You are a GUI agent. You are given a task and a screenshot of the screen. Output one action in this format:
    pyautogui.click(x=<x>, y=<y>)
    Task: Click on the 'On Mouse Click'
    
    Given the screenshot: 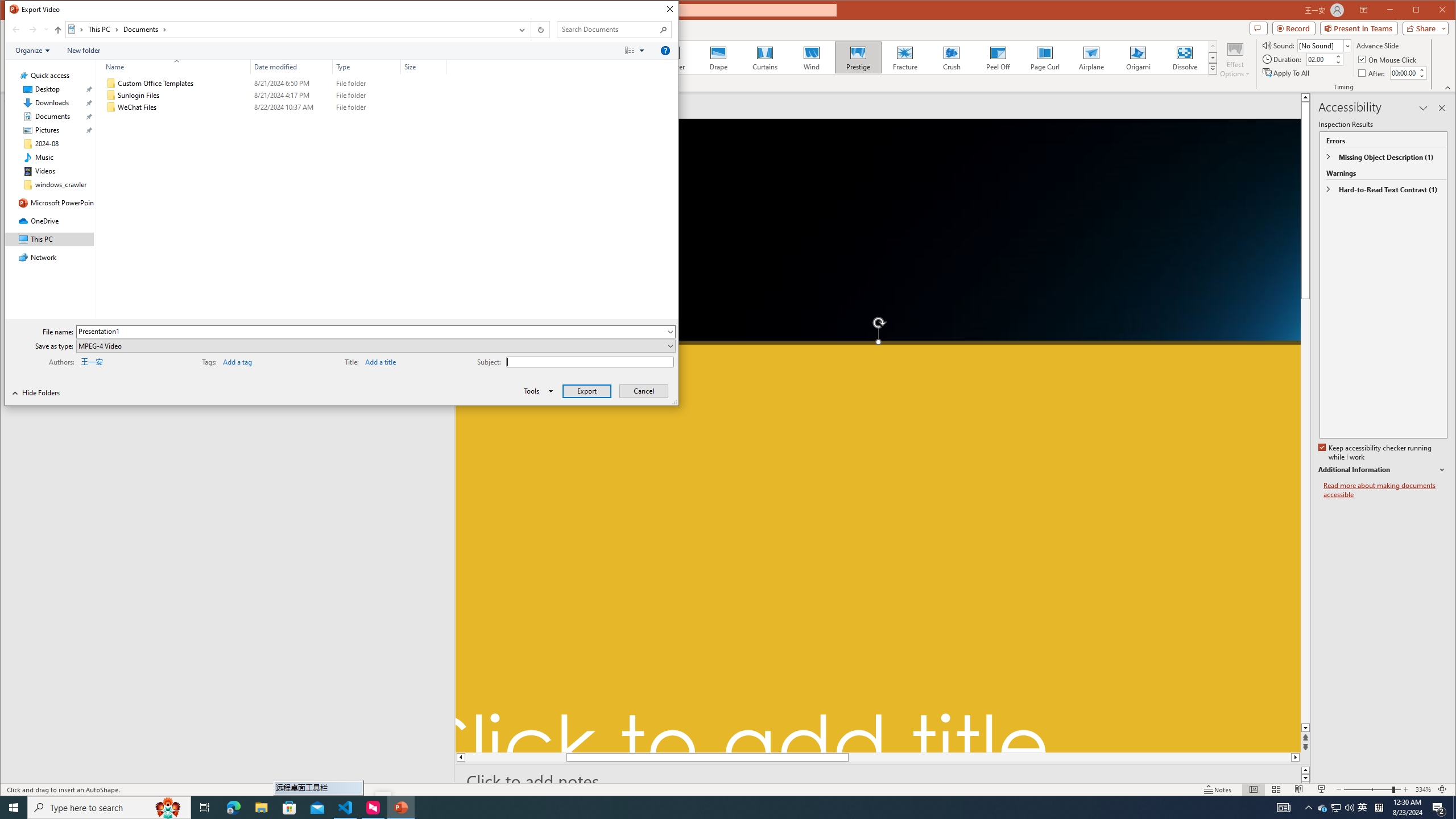 What is the action you would take?
    pyautogui.click(x=1319, y=59)
    